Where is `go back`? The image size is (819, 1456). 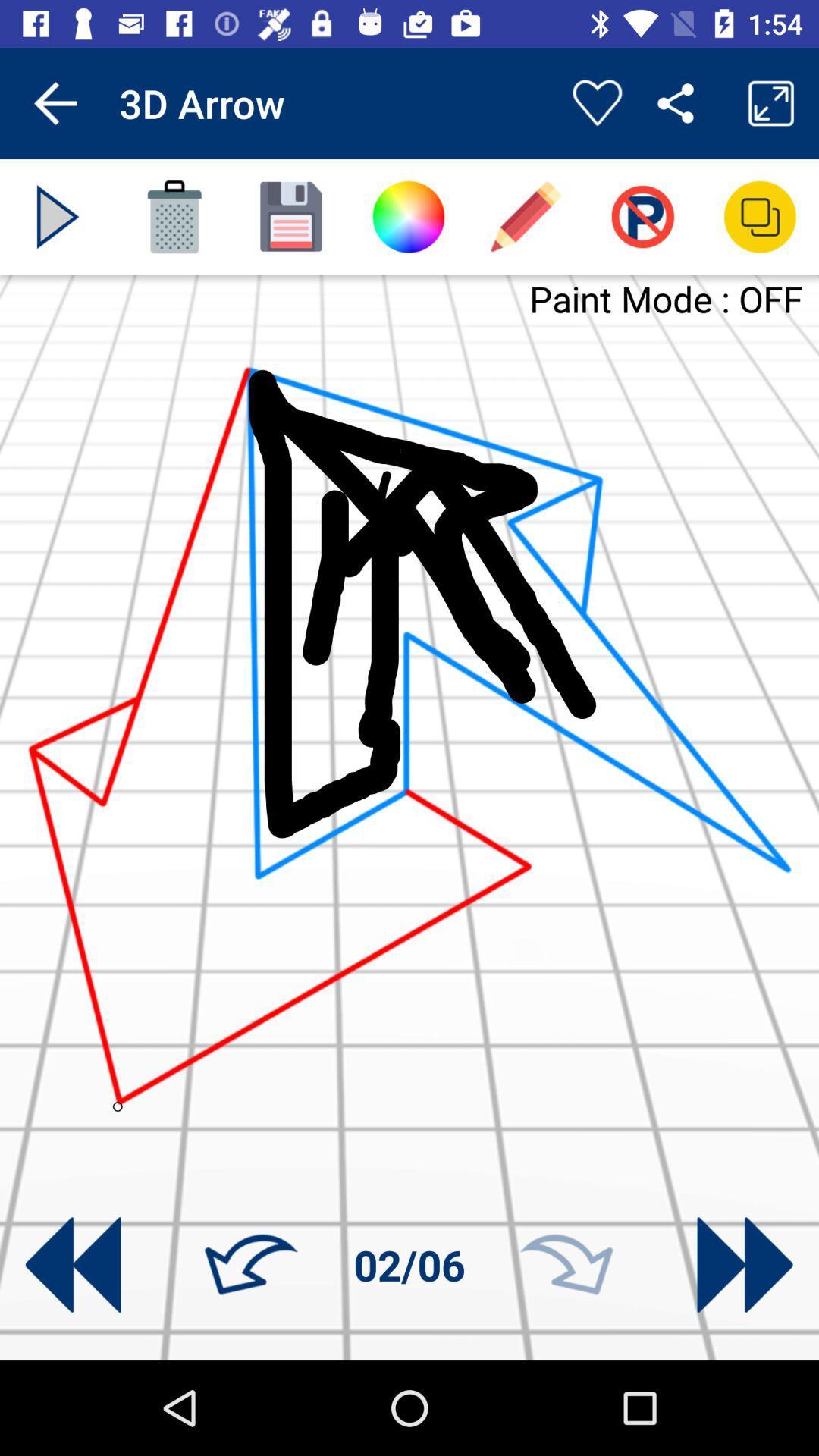
go back is located at coordinates (73, 1265).